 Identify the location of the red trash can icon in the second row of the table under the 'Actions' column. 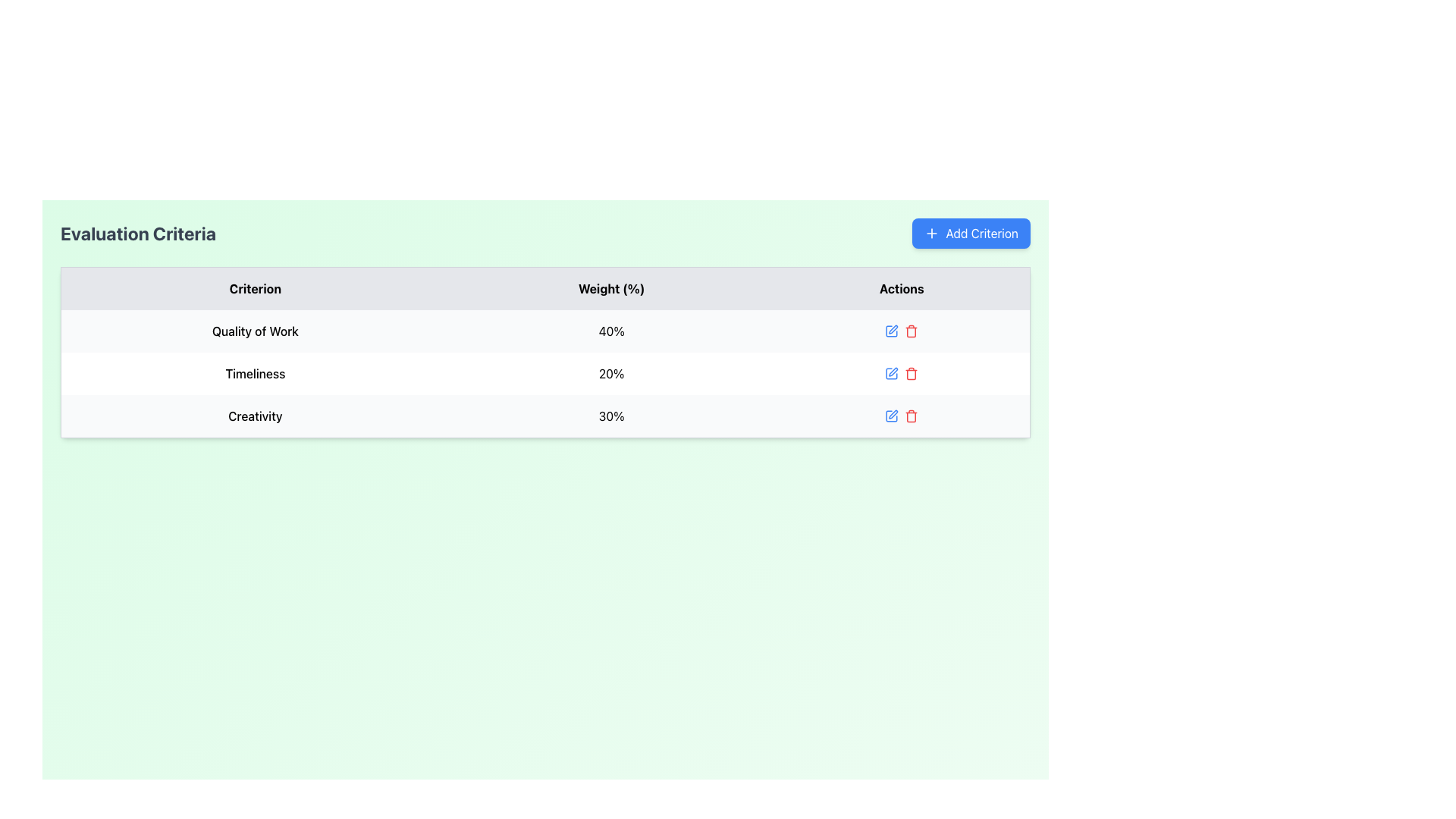
(902, 374).